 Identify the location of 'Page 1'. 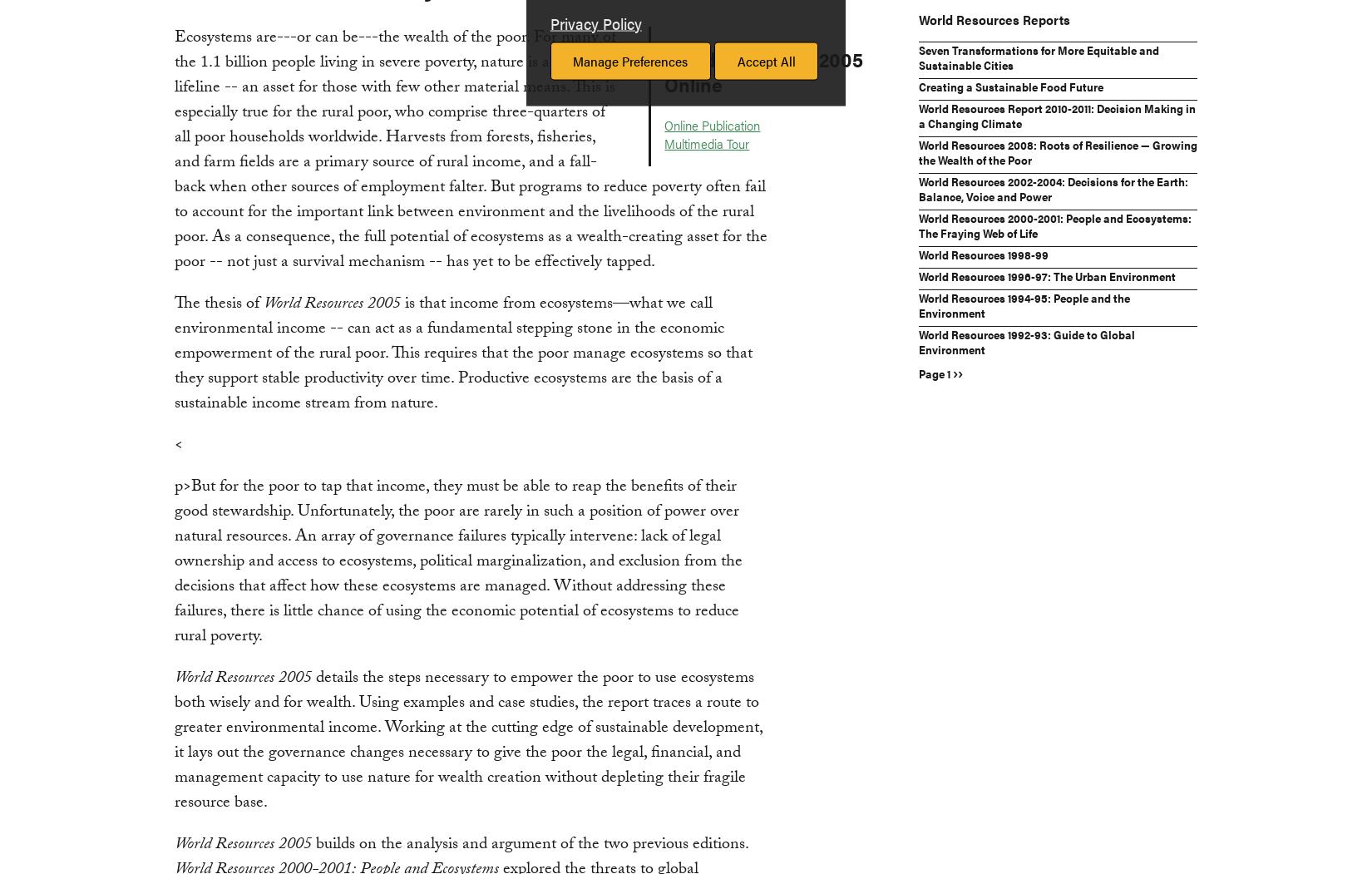
(935, 372).